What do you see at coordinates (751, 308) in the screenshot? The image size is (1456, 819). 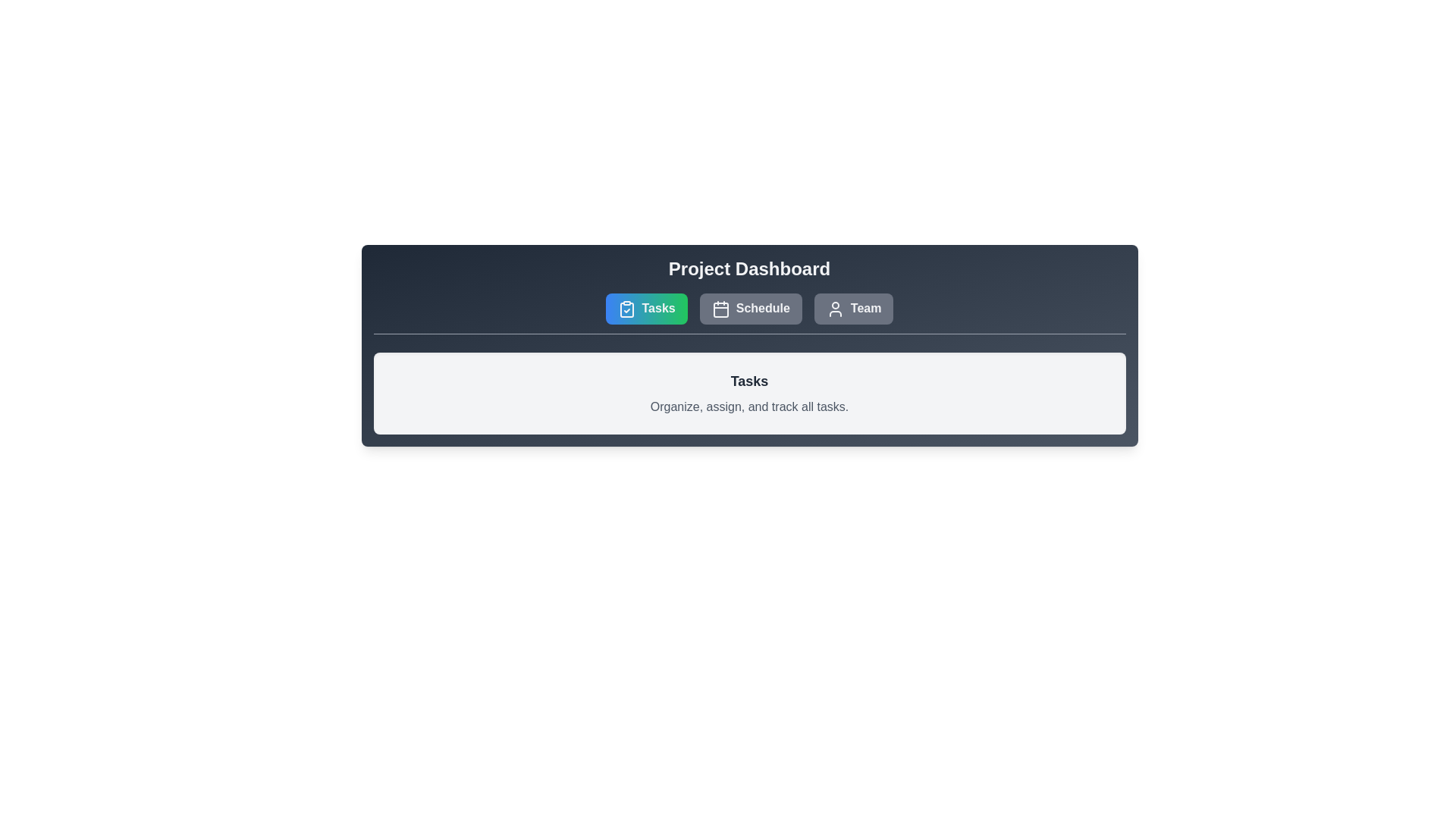 I see `the 'Schedule' button, which is a rectangular button with a rounded design and a gray background, featuring a calendar icon on the left and the text 'Schedule' in white` at bounding box center [751, 308].